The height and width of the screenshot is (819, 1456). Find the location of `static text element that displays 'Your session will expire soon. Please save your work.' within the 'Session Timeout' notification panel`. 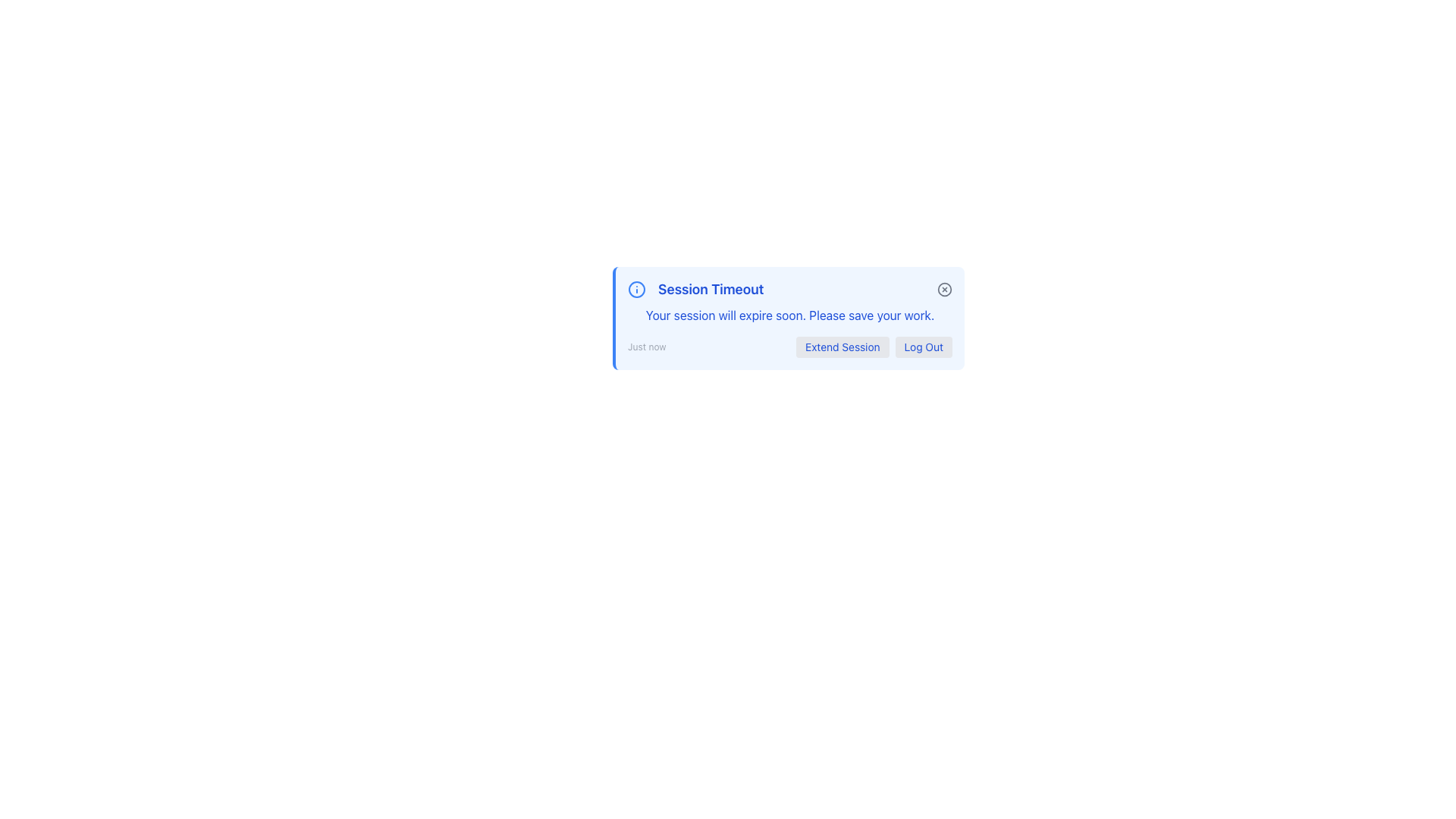

static text element that displays 'Your session will expire soon. Please save your work.' within the 'Session Timeout' notification panel is located at coordinates (789, 315).